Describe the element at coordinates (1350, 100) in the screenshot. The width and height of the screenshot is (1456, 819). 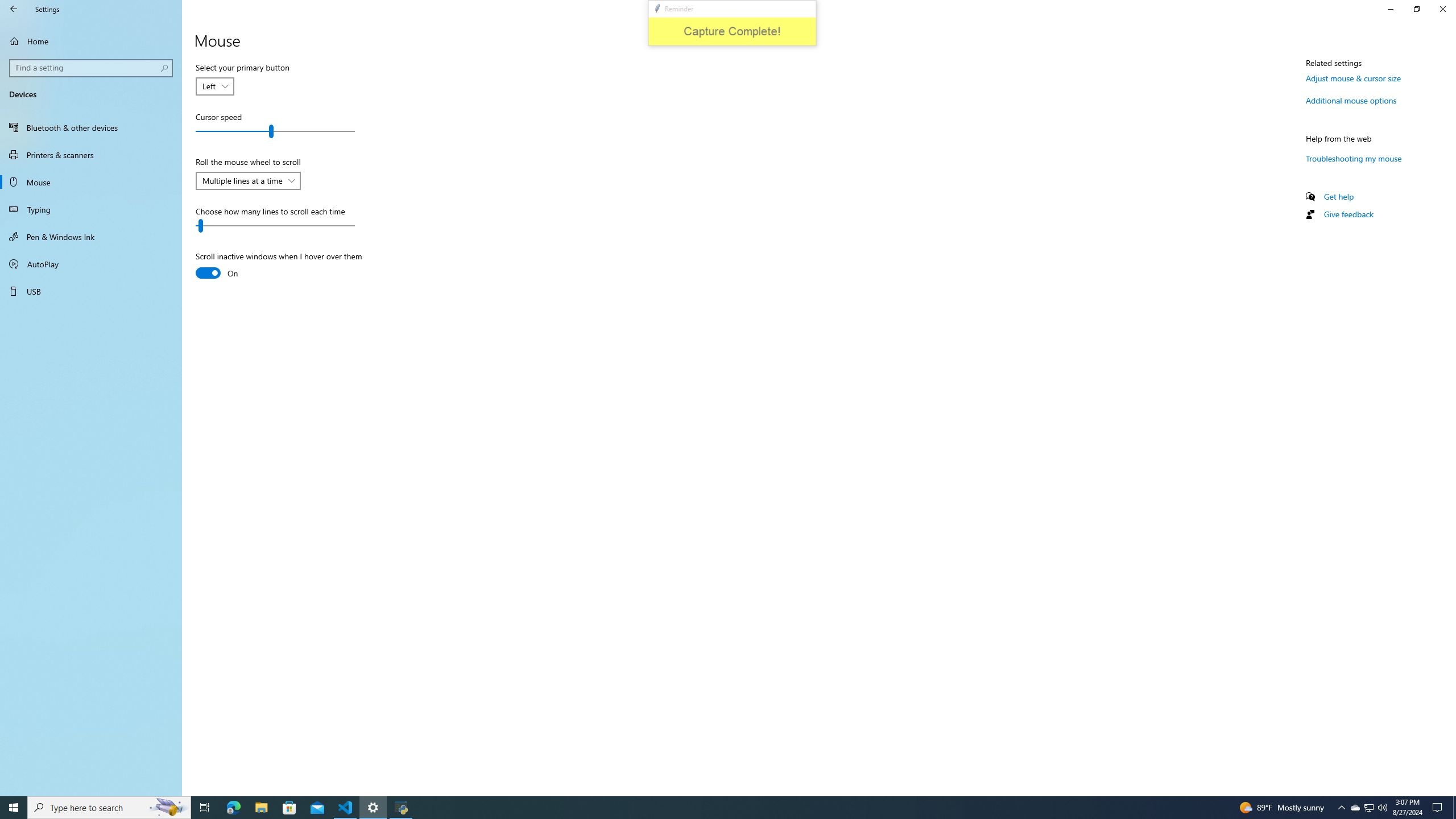
I see `'Additional mouse options'` at that location.